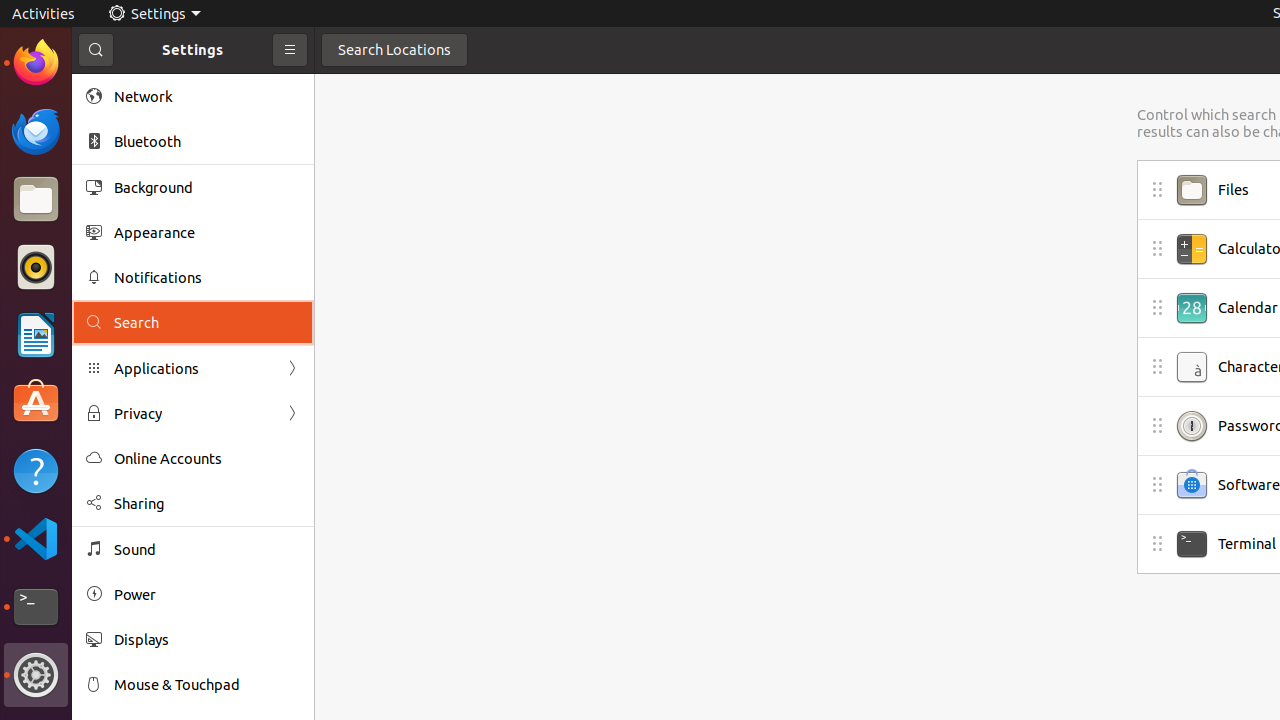 The width and height of the screenshot is (1280, 720). Describe the element at coordinates (206, 458) in the screenshot. I see `'Online Accounts'` at that location.